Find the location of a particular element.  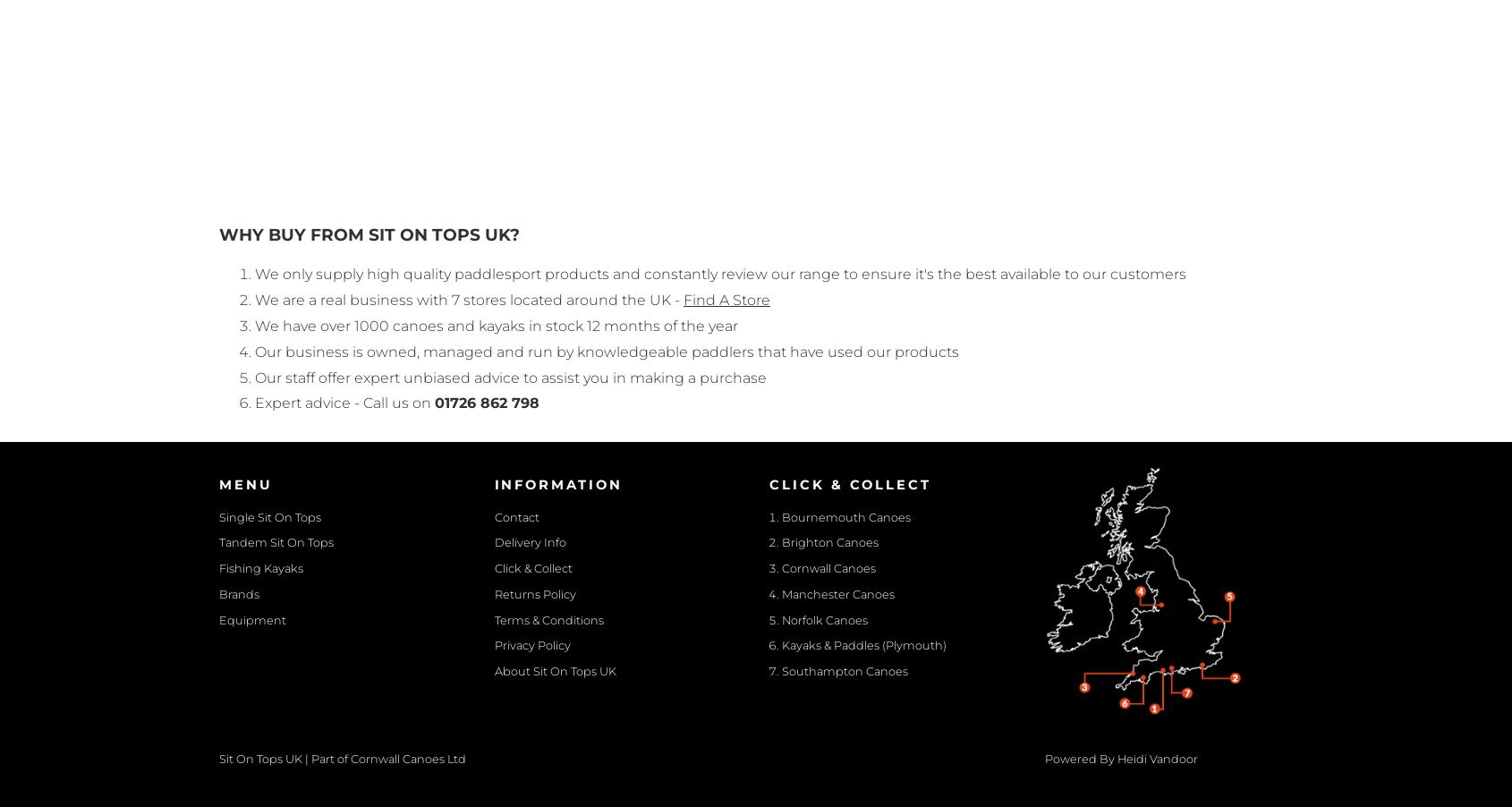

'Fishing Kayaks' is located at coordinates (261, 567).